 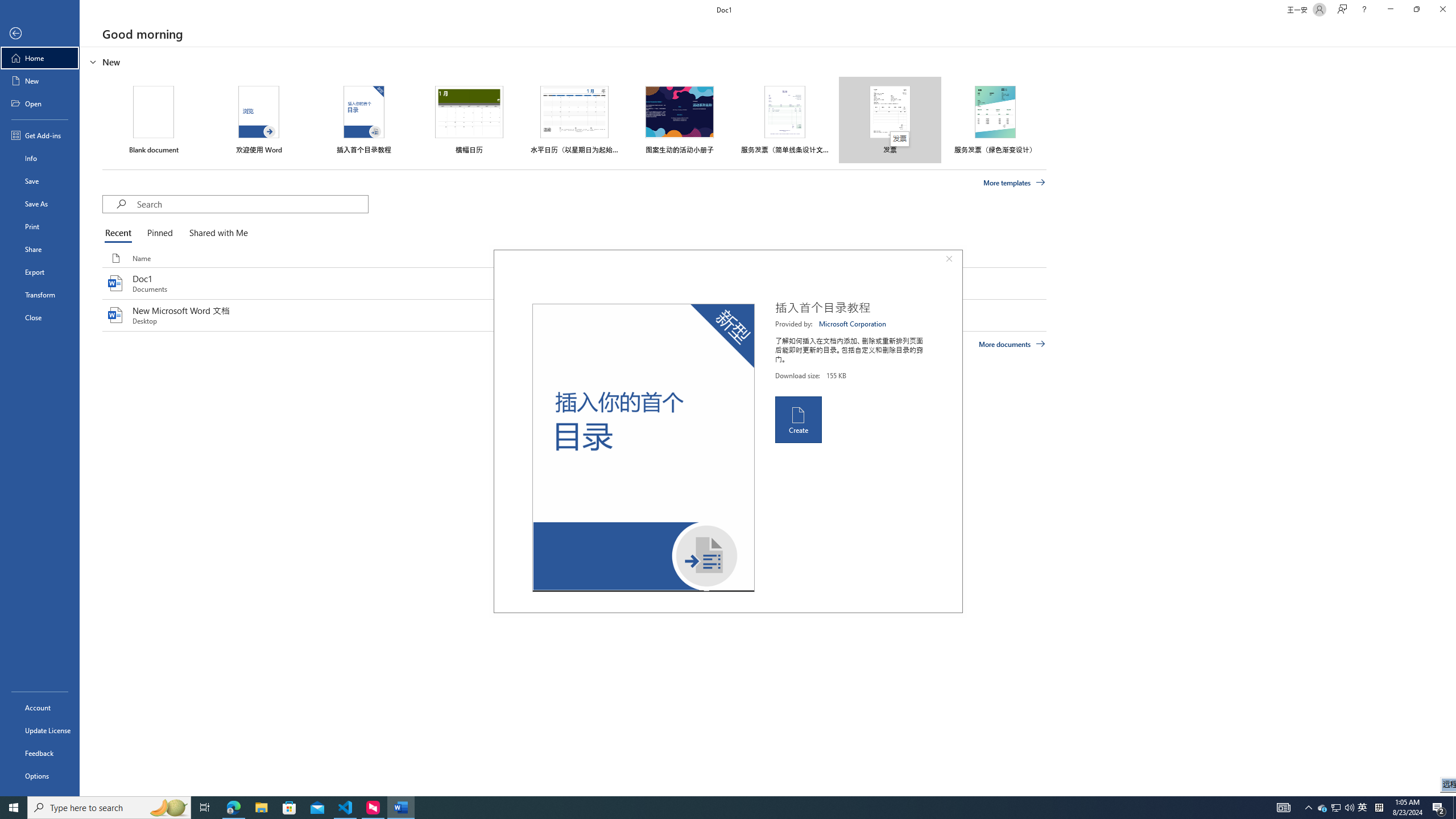 I want to click on 'Account', so click(x=39, y=708).